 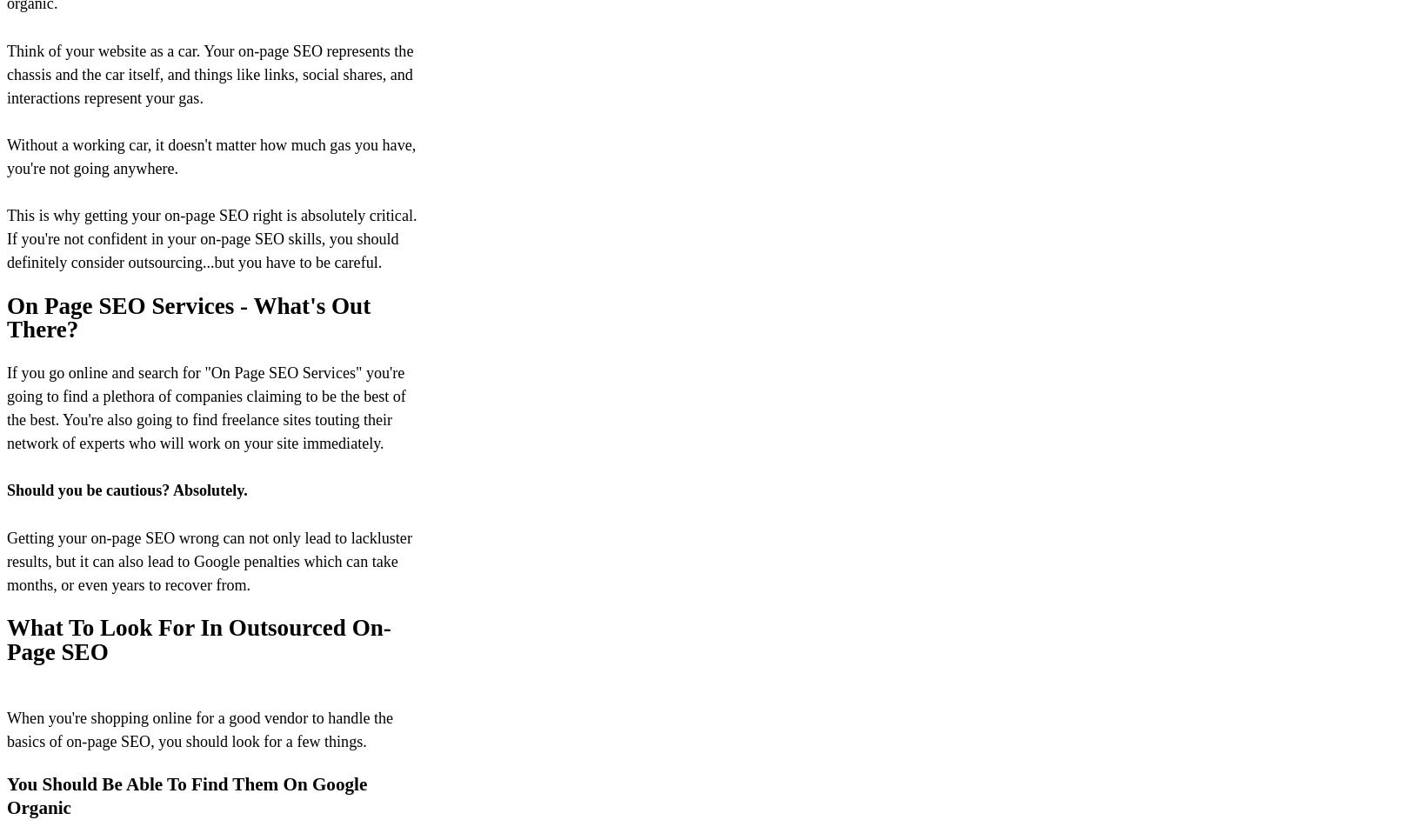 I want to click on 'What To Look For In Outsourced On-Page SEO', so click(x=198, y=639).